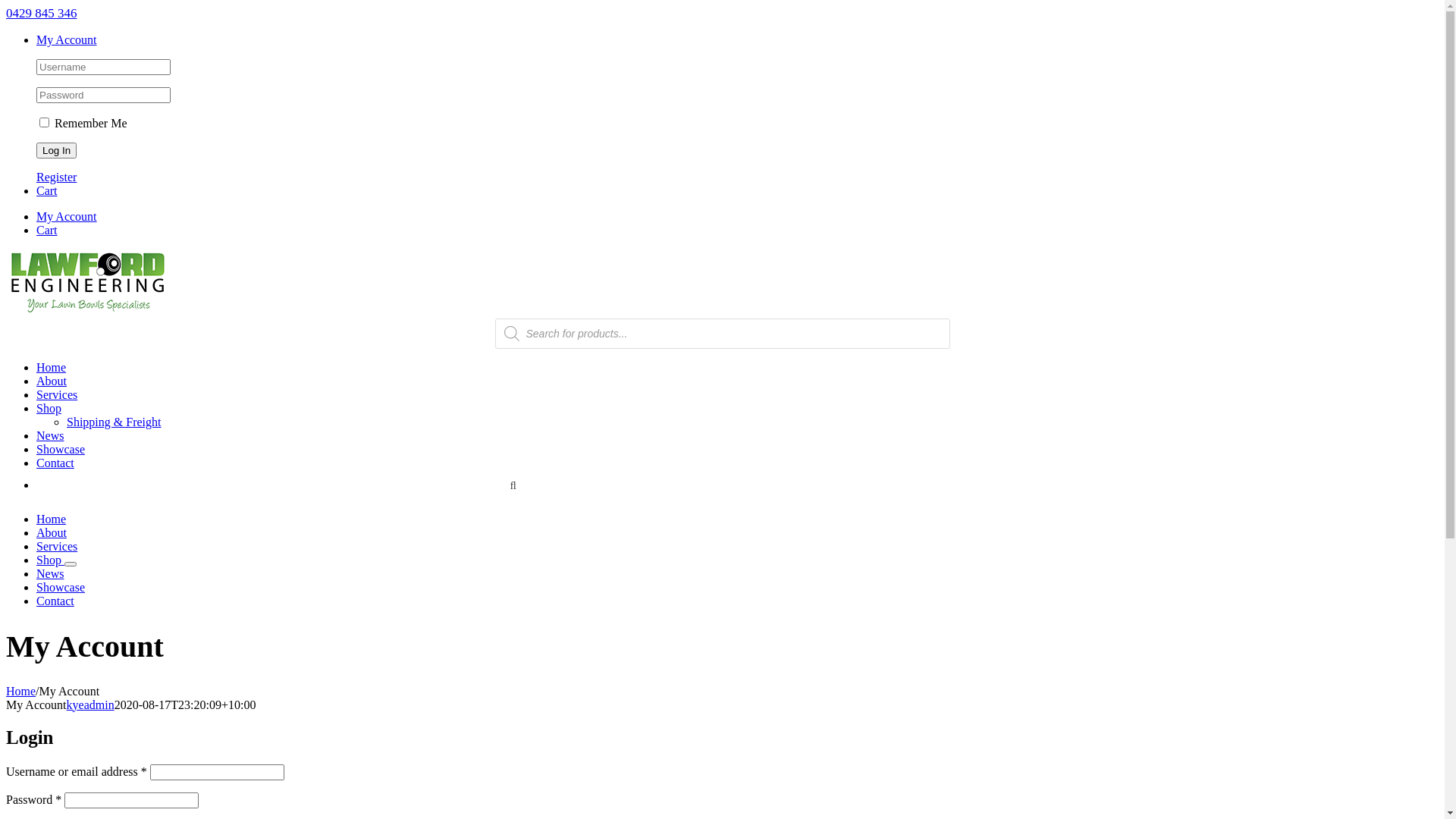  Describe the element at coordinates (49, 407) in the screenshot. I see `'Shop'` at that location.